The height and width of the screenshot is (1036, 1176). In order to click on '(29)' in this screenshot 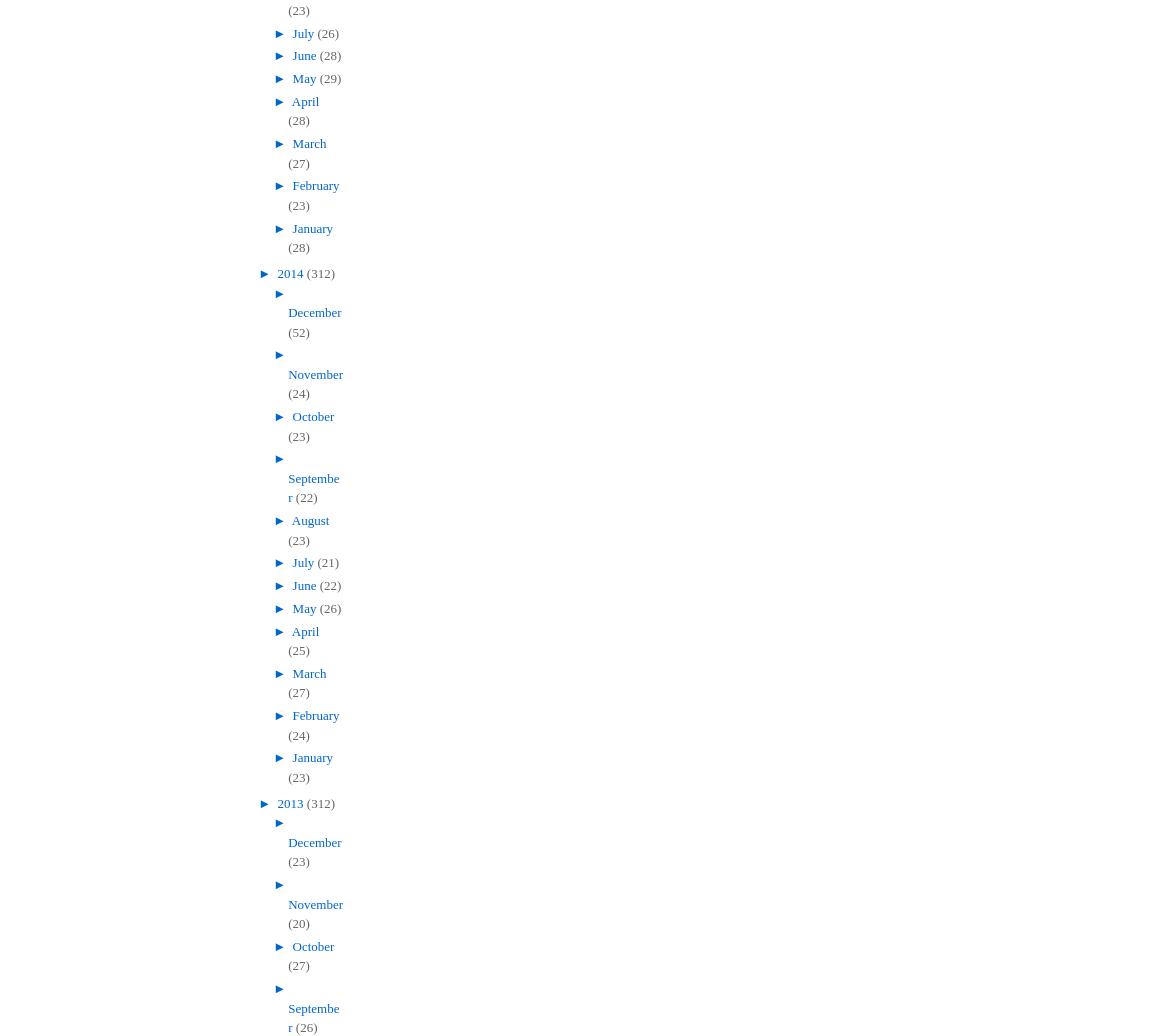, I will do `click(329, 78)`.